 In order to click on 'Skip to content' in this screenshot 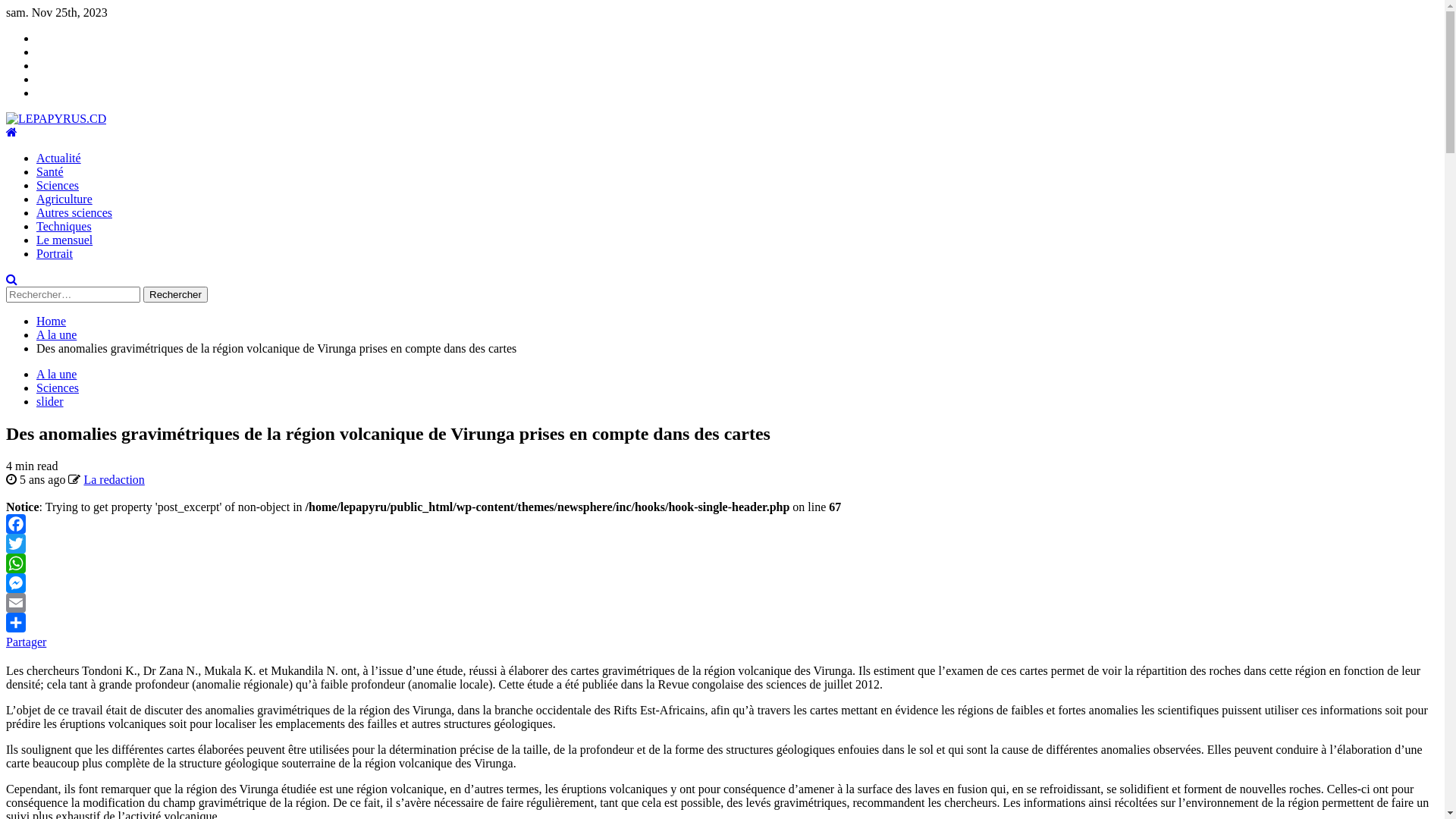, I will do `click(5, 5)`.